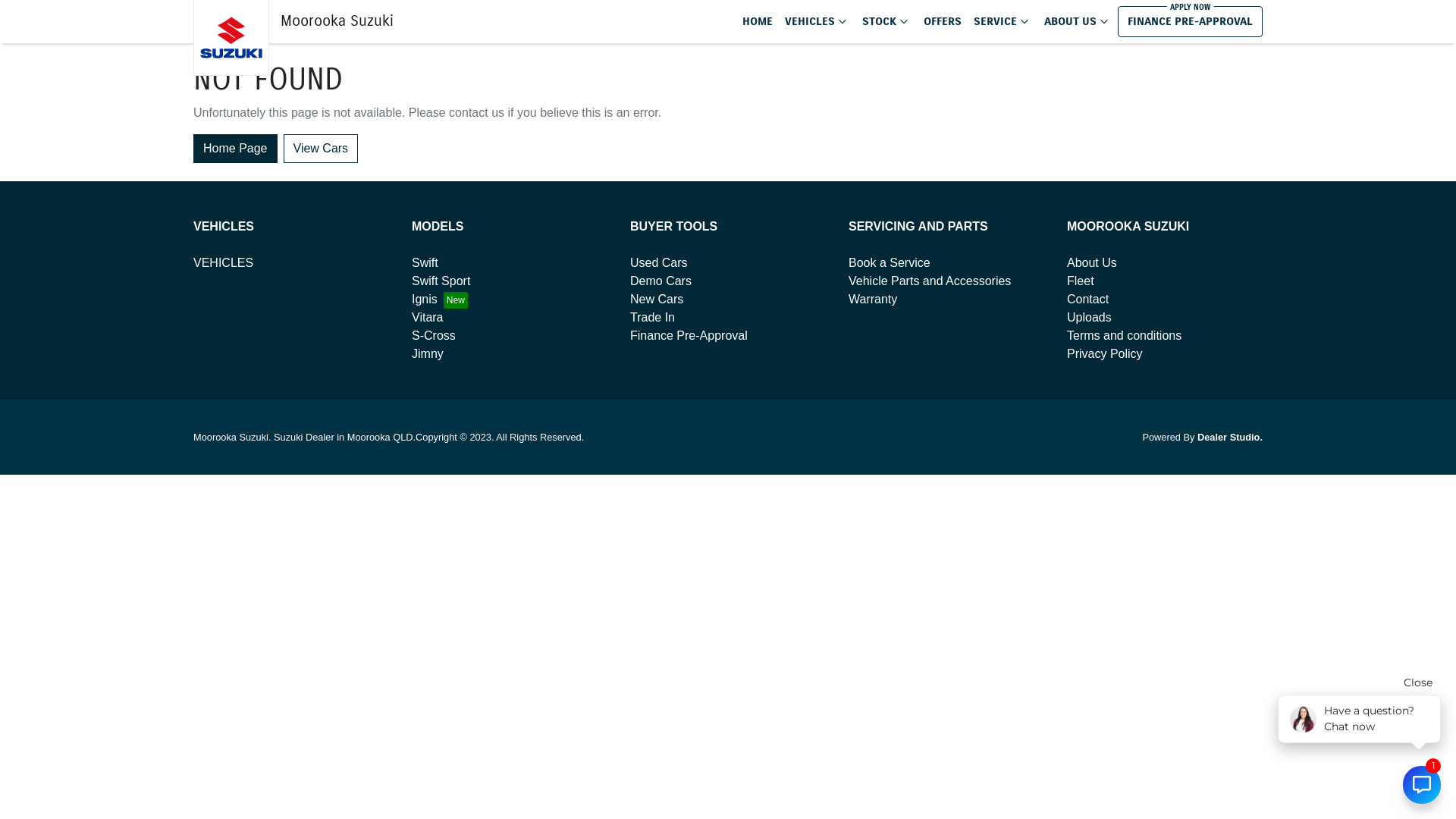 The image size is (1456, 819). Describe the element at coordinates (284, 148) in the screenshot. I see `'View Cars'` at that location.